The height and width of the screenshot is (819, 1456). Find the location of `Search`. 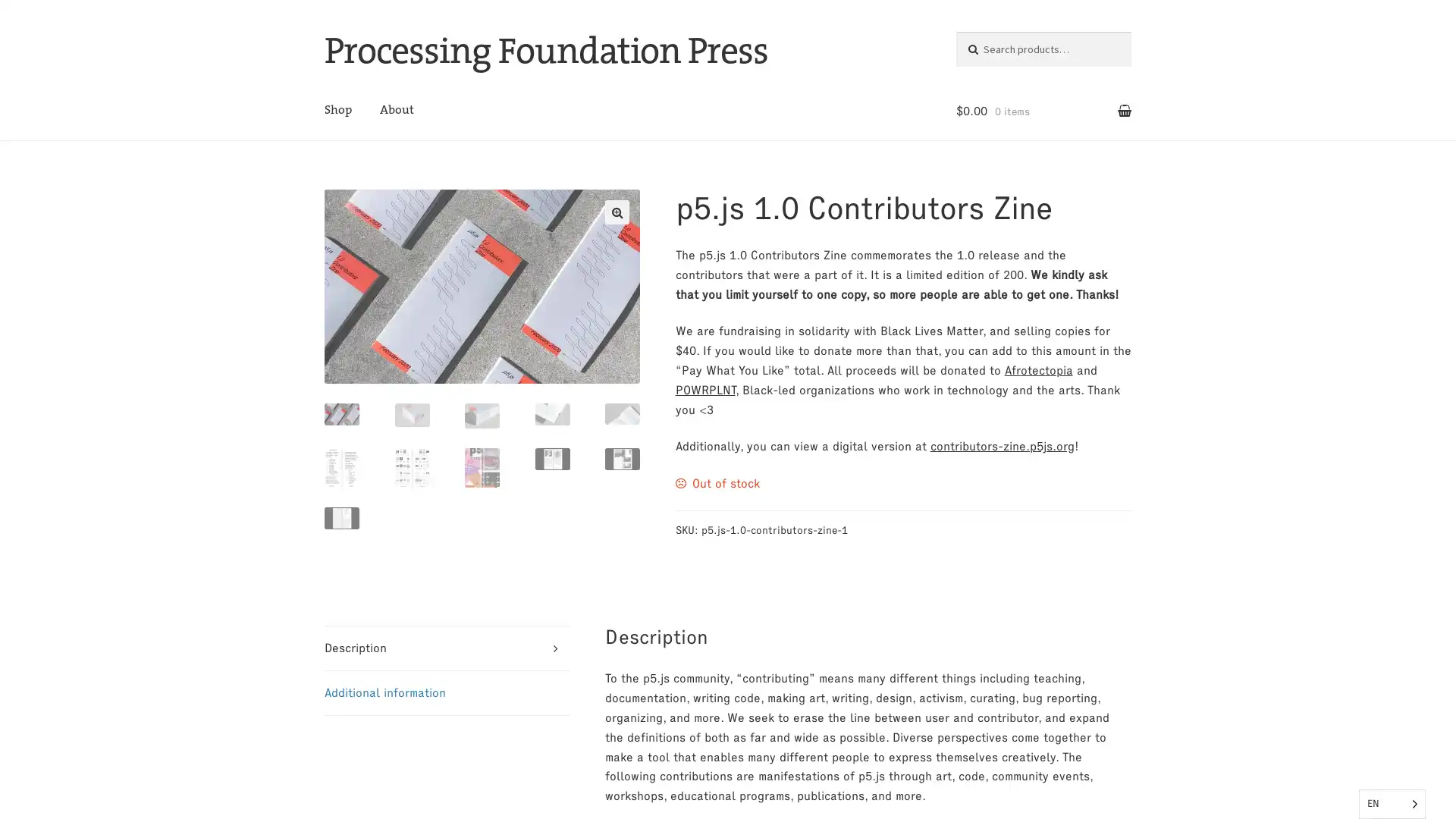

Search is located at coordinates (987, 45).